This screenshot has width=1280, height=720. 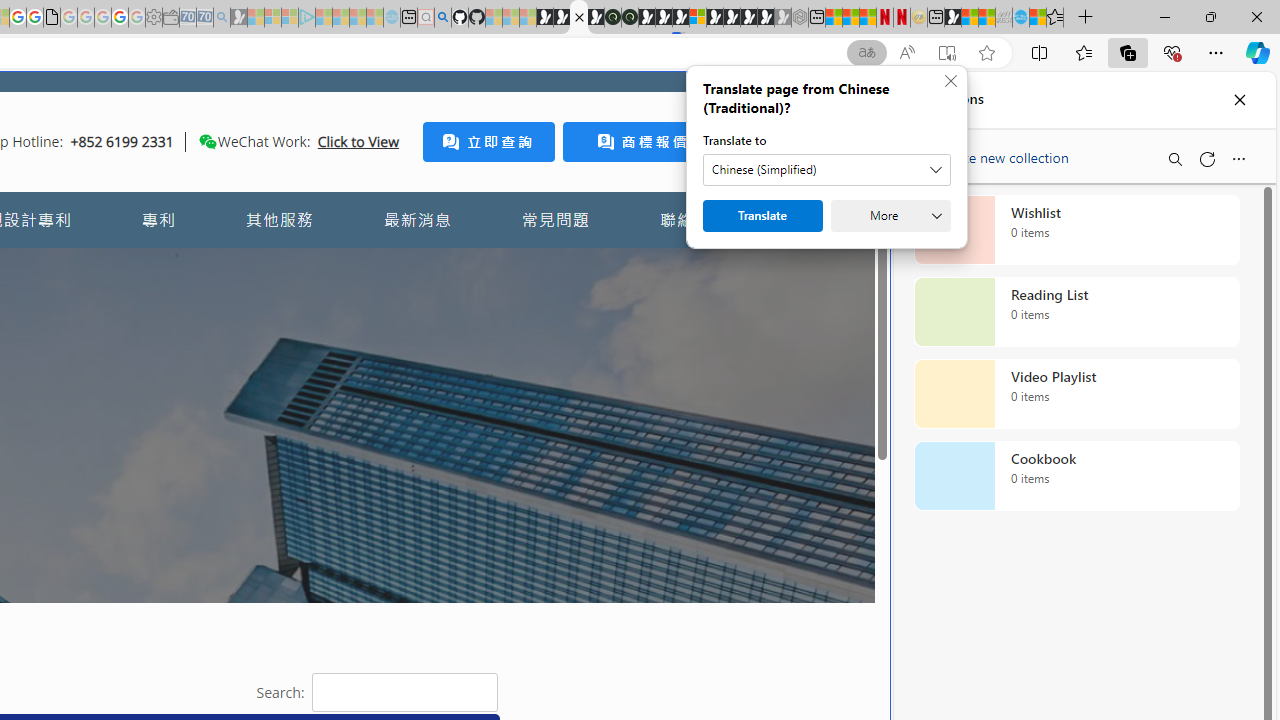 I want to click on 'Bing Real Estate - Home sales and rental listings - Sleeping', so click(x=222, y=17).